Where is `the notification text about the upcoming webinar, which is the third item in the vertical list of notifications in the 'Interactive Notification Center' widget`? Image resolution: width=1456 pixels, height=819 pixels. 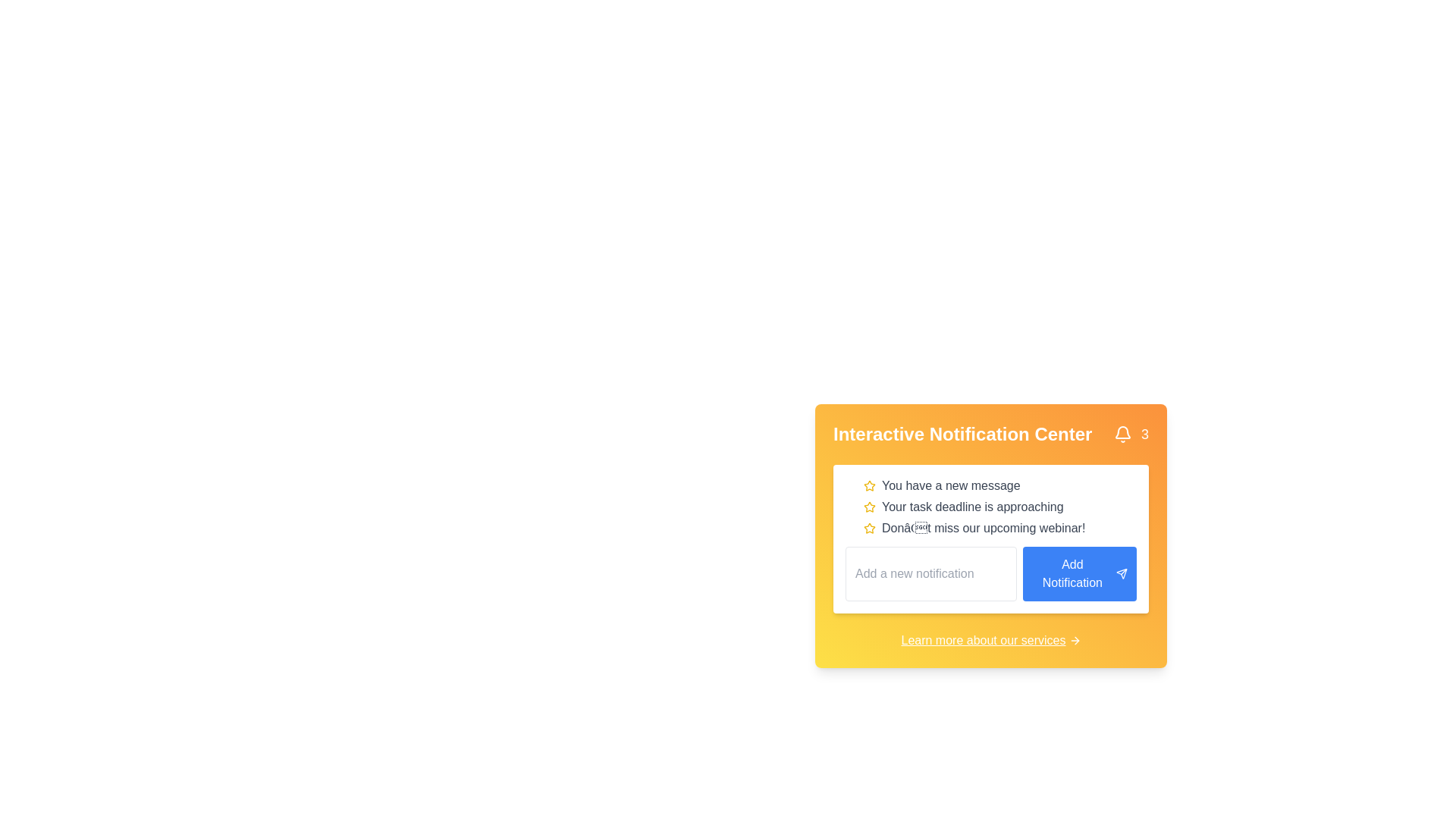
the notification text about the upcoming webinar, which is the third item in the vertical list of notifications in the 'Interactive Notification Center' widget is located at coordinates (1000, 528).